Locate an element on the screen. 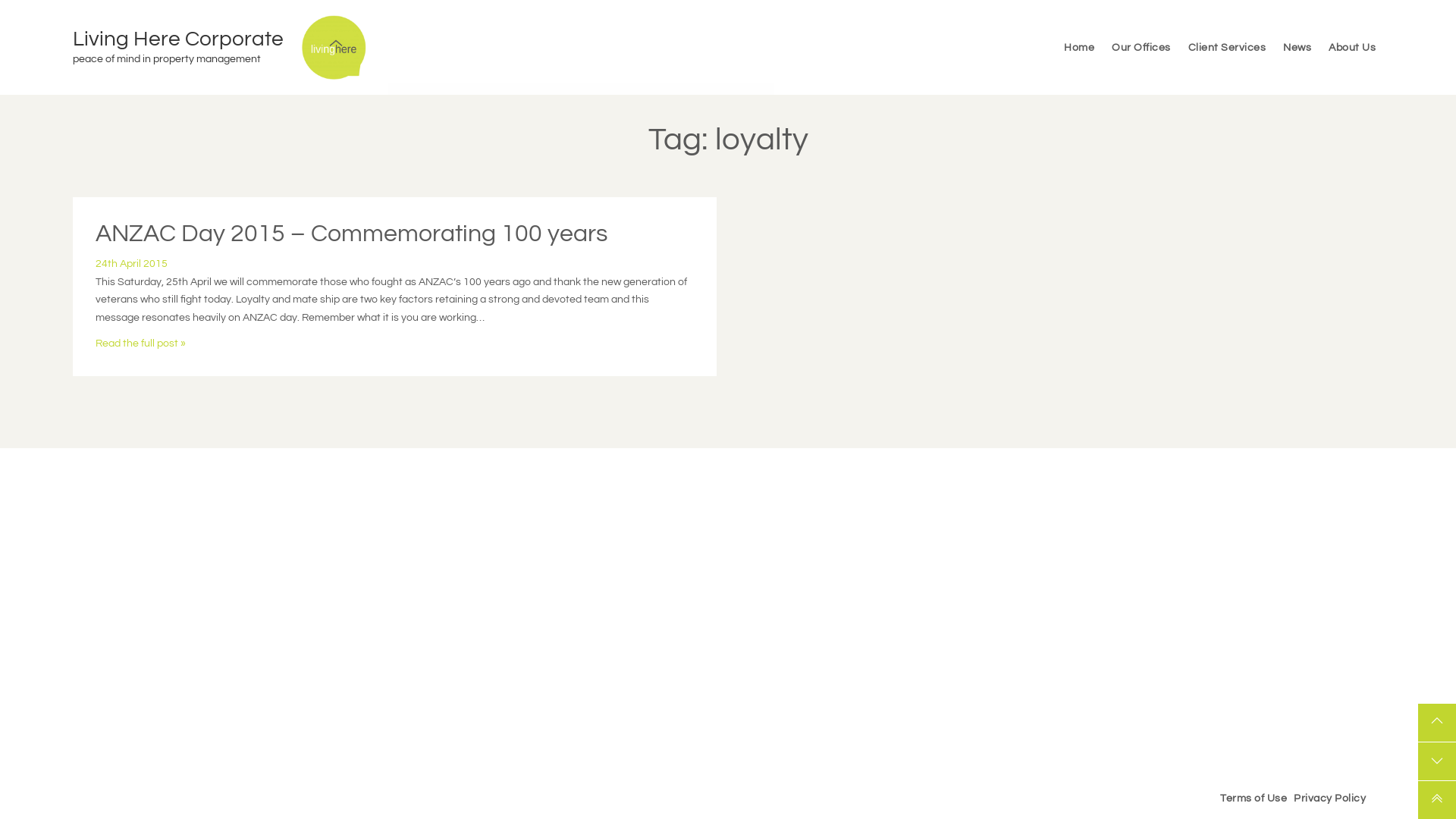 This screenshot has width=1456, height=819. 'Client Services' is located at coordinates (1226, 45).